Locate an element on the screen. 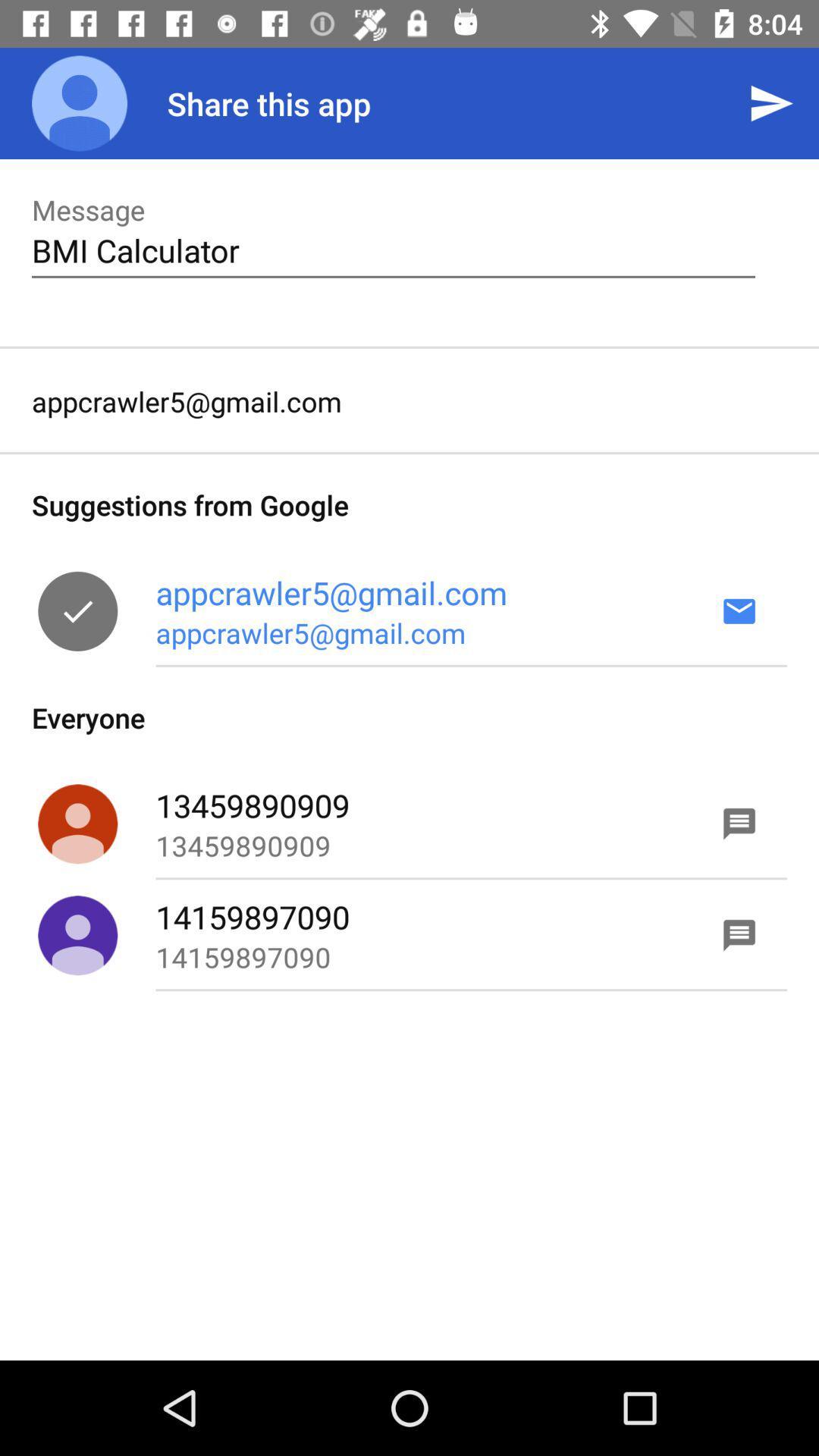 The image size is (819, 1456). bmi calculator  icon is located at coordinates (393, 250).